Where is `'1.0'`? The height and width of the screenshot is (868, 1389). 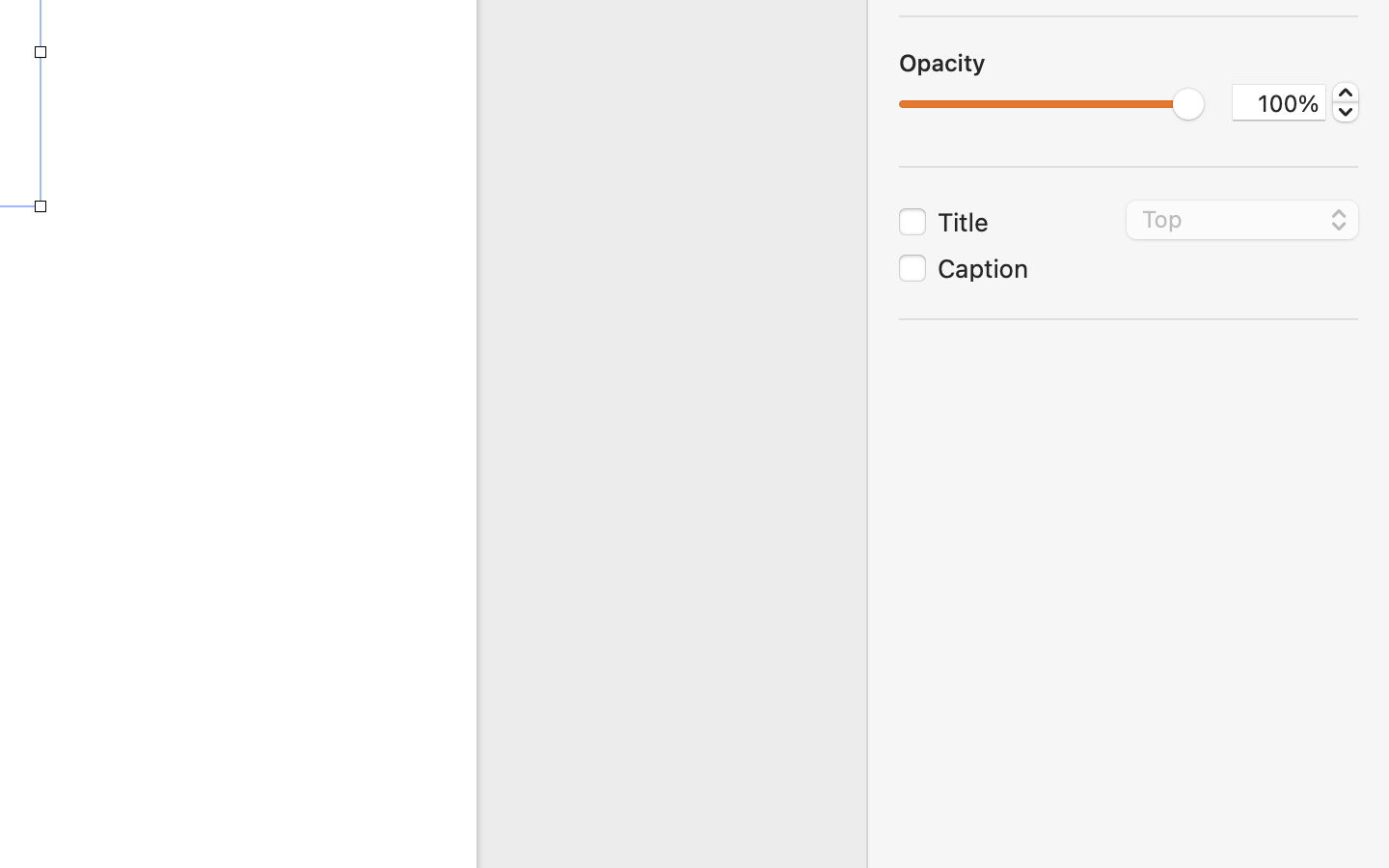
'1.0' is located at coordinates (1049, 103).